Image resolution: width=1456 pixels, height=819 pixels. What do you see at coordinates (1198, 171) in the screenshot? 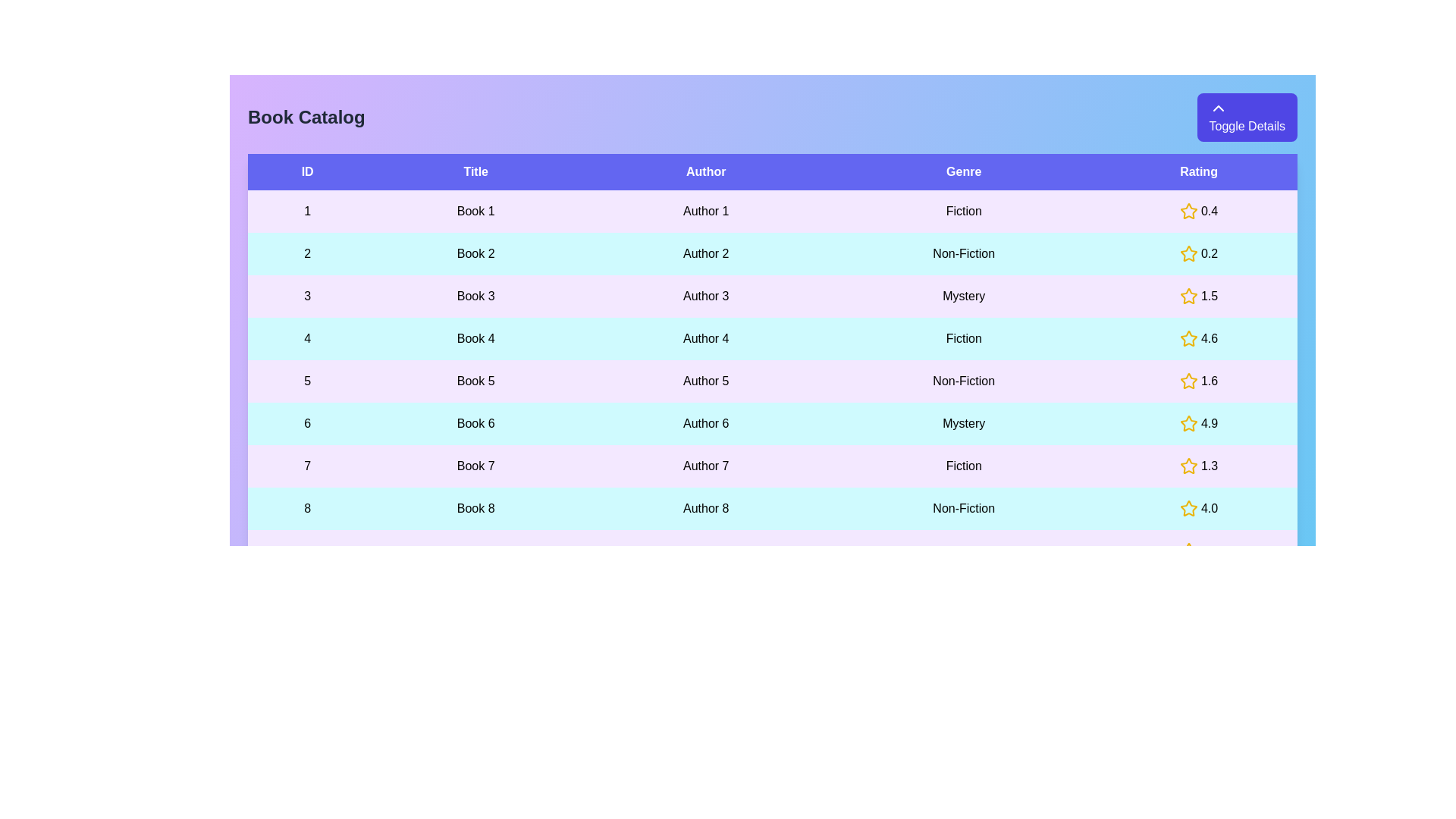
I see `the header of the column to sort the table by Rating` at bounding box center [1198, 171].